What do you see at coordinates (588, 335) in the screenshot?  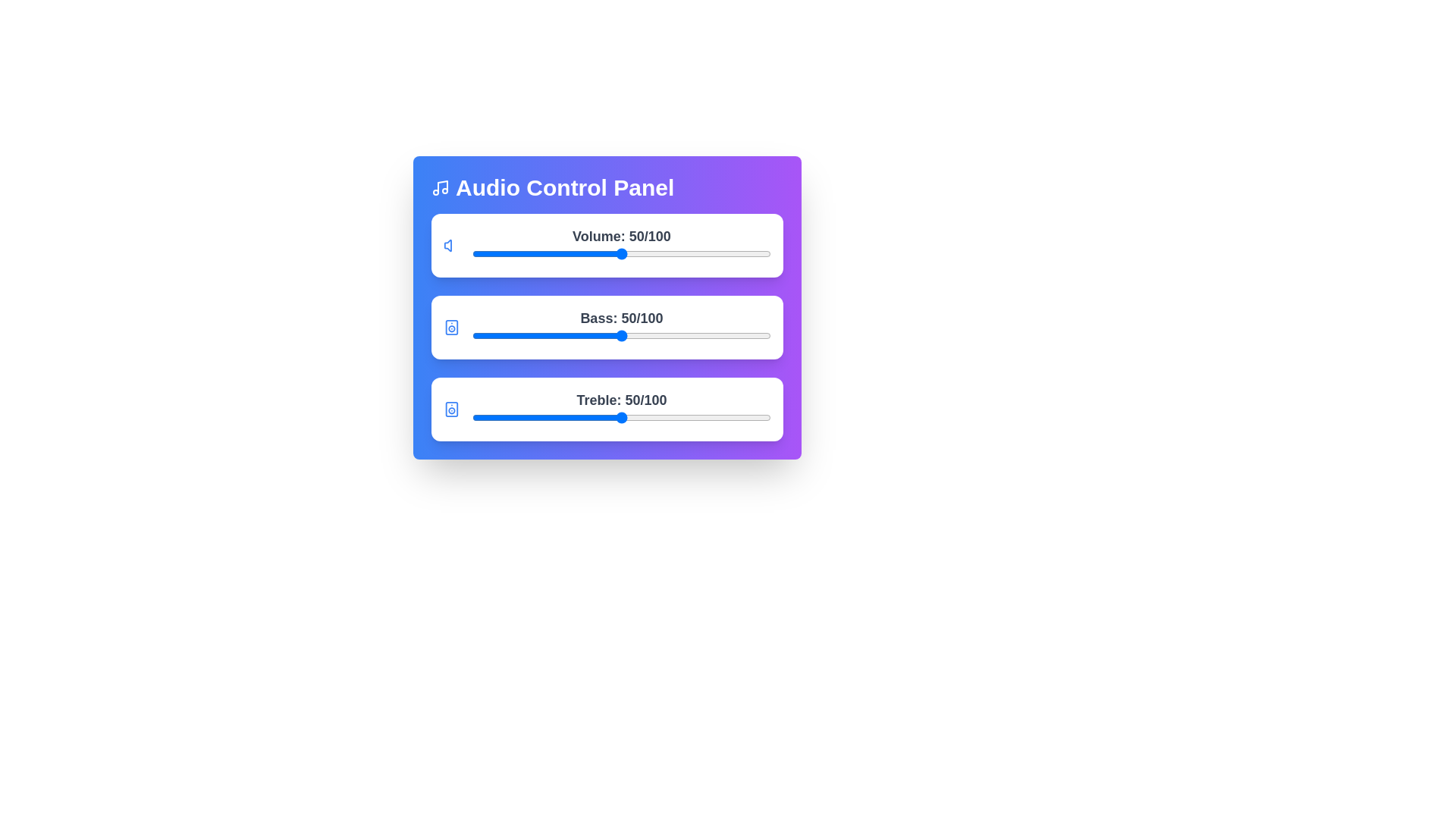 I see `the bass slider to 39` at bounding box center [588, 335].